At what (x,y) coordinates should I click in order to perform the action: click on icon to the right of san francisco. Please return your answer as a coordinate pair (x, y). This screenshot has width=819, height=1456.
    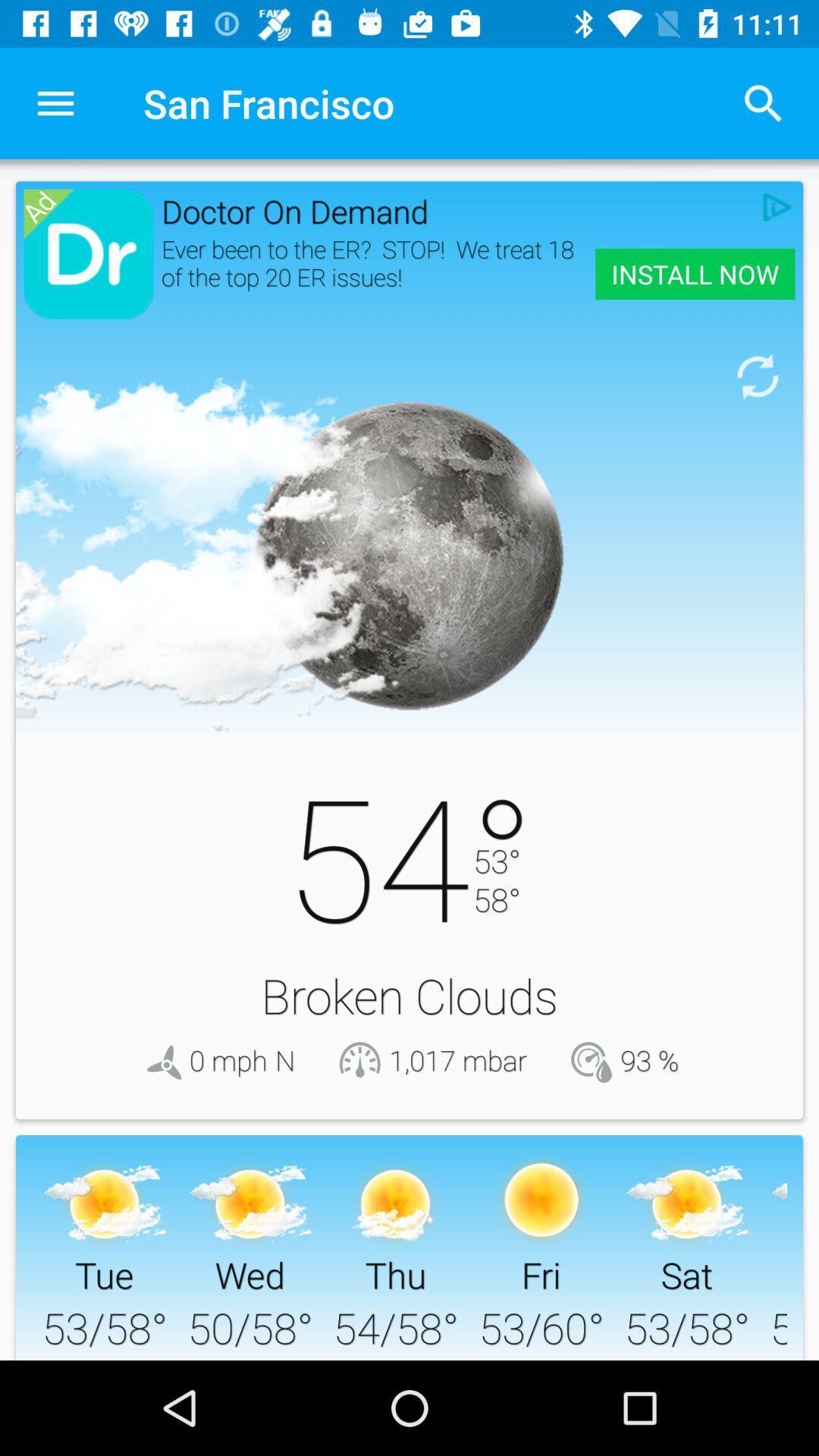
    Looking at the image, I should click on (763, 102).